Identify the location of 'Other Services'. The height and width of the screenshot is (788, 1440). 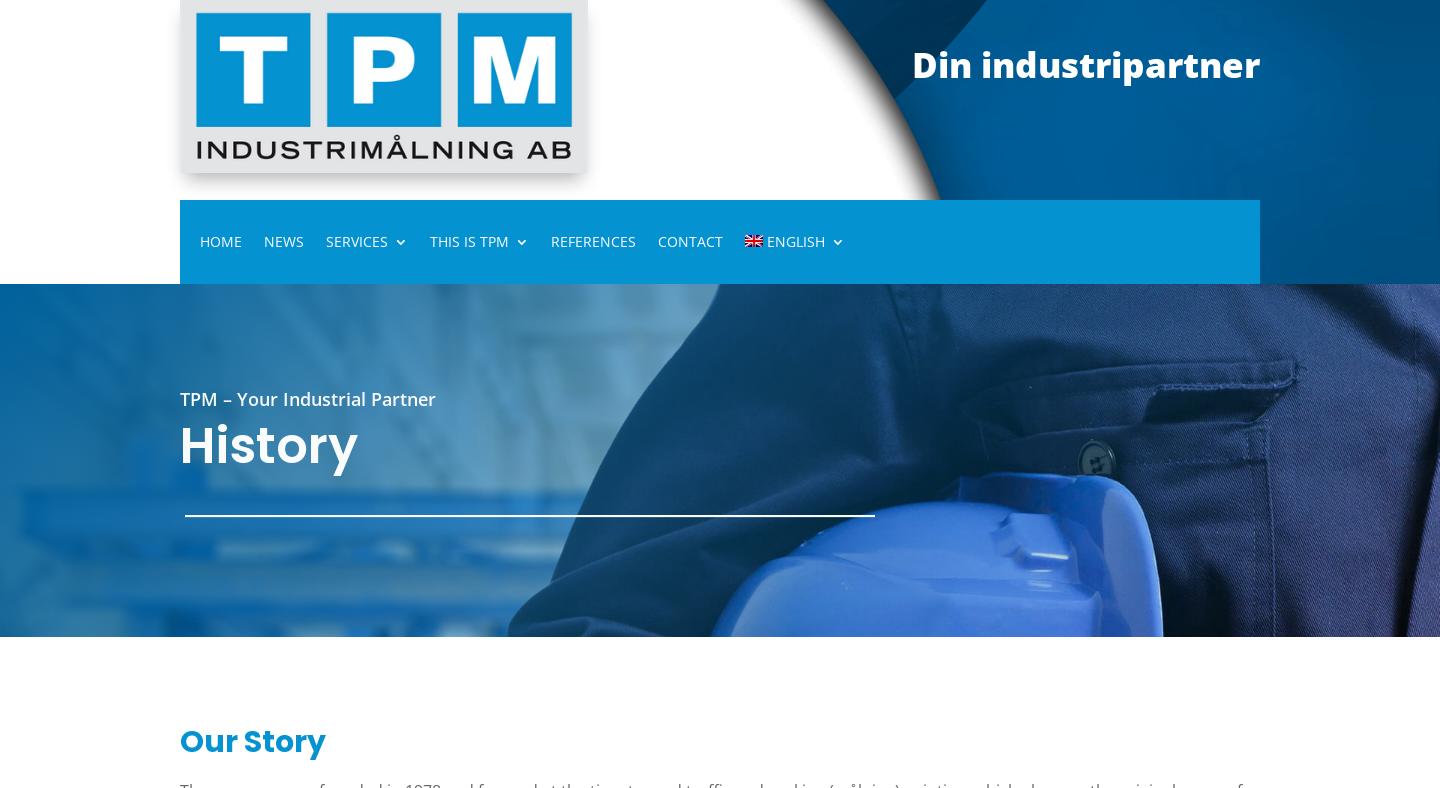
(409, 457).